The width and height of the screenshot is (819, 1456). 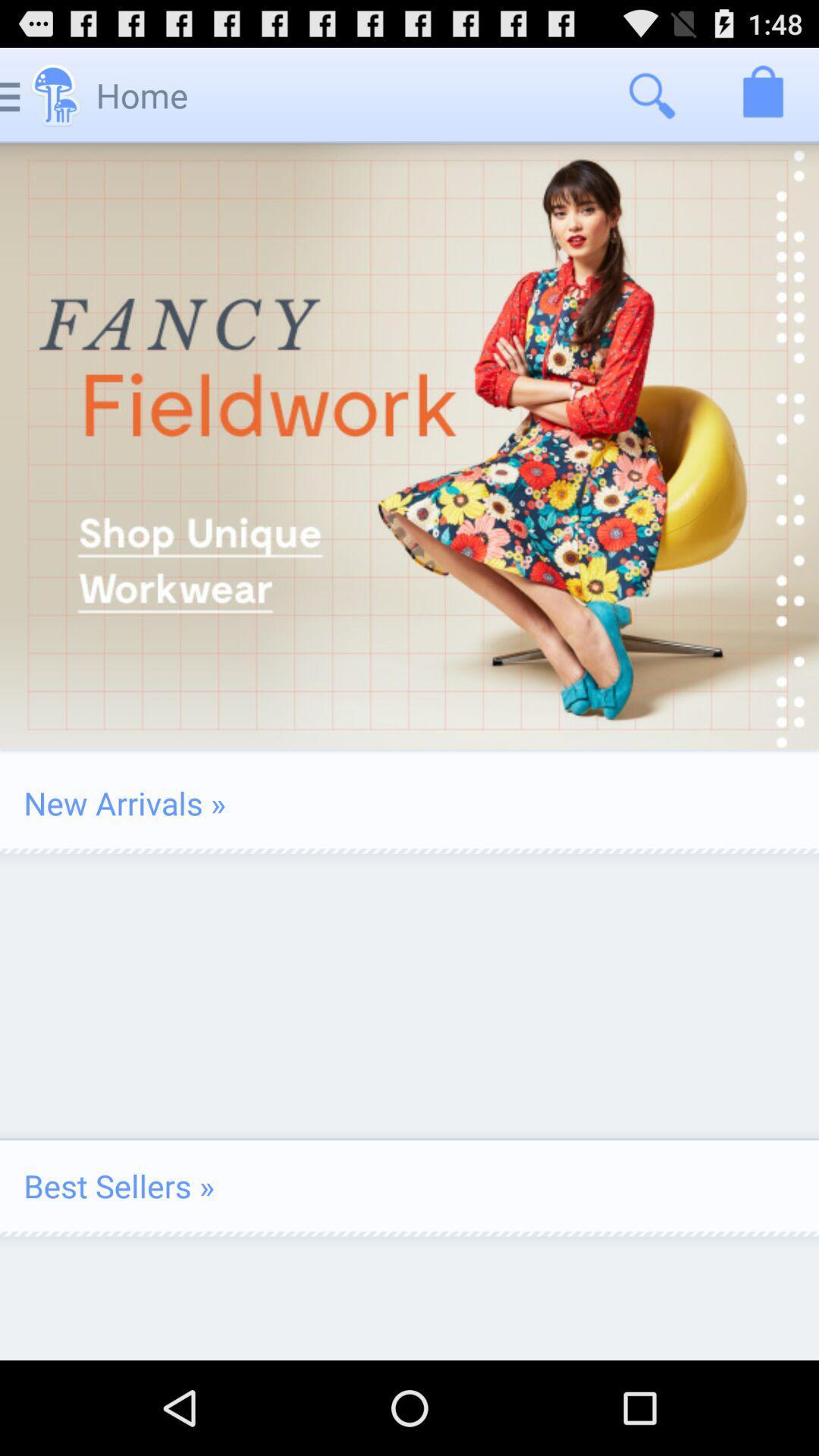 I want to click on icon next to home icon, so click(x=651, y=94).